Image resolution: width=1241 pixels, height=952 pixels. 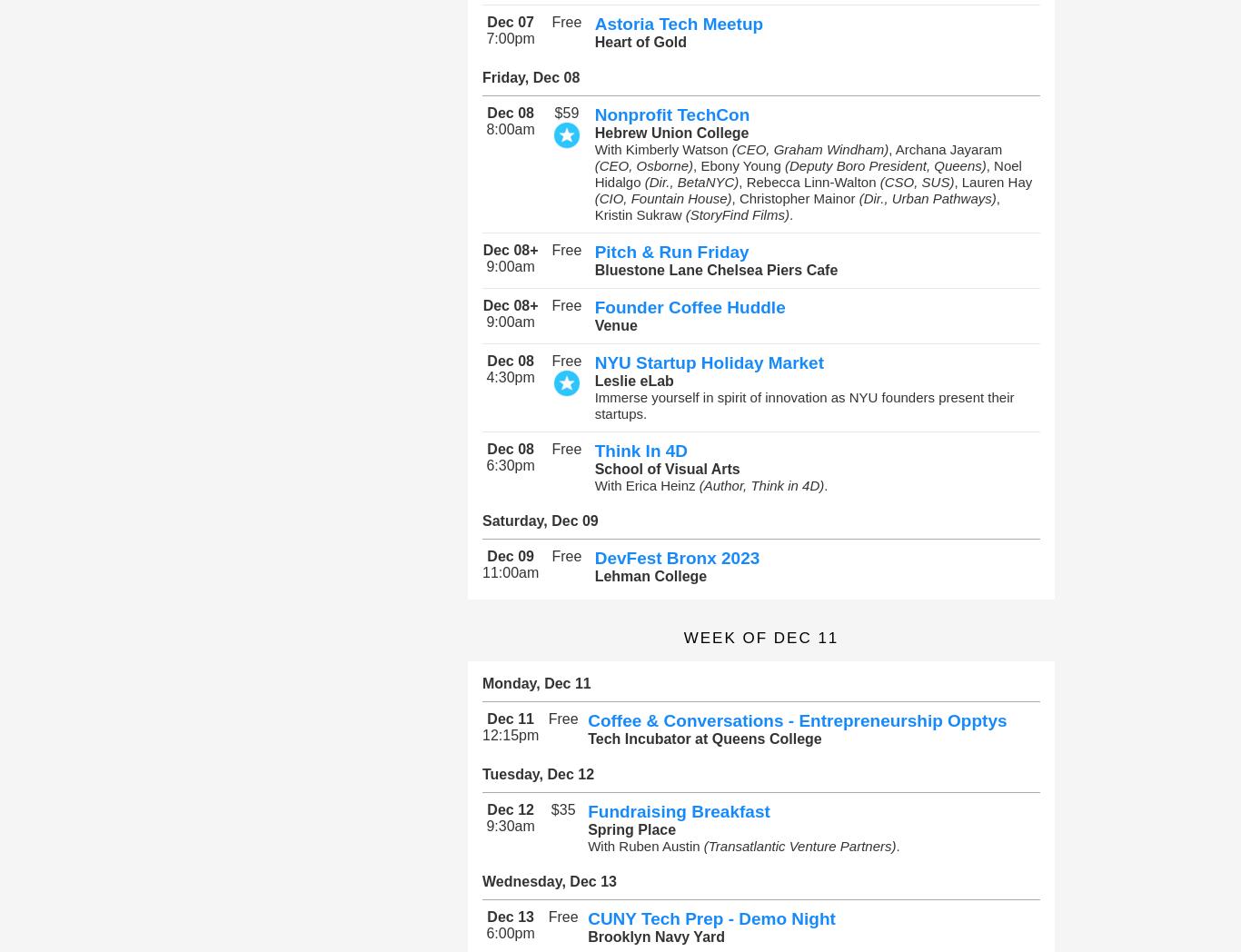 What do you see at coordinates (927, 197) in the screenshot?
I see `'(Dir., Urban Pathways)'` at bounding box center [927, 197].